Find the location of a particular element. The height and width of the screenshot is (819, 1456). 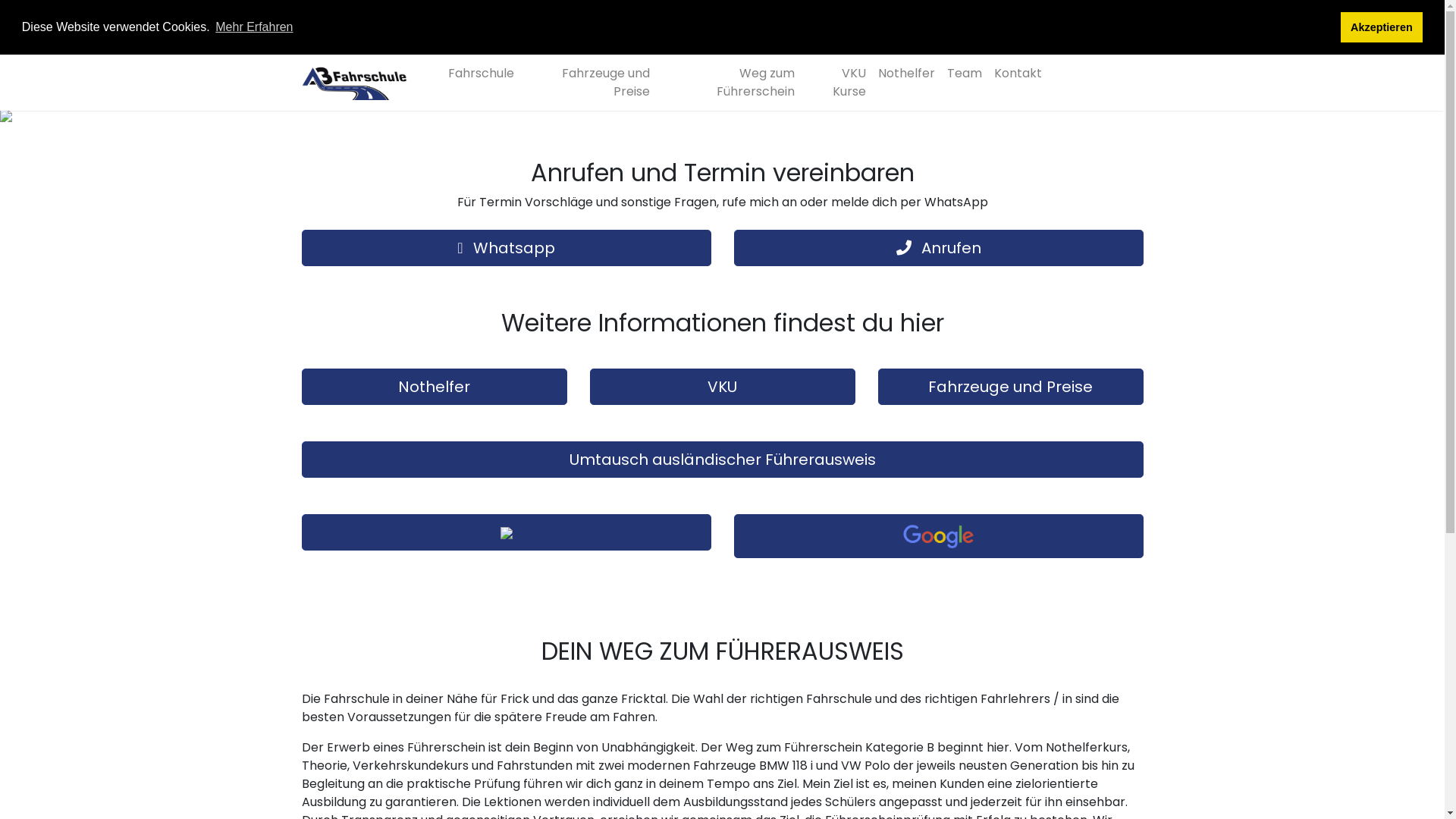

'Fahrzeuge und Preise' is located at coordinates (587, 82).